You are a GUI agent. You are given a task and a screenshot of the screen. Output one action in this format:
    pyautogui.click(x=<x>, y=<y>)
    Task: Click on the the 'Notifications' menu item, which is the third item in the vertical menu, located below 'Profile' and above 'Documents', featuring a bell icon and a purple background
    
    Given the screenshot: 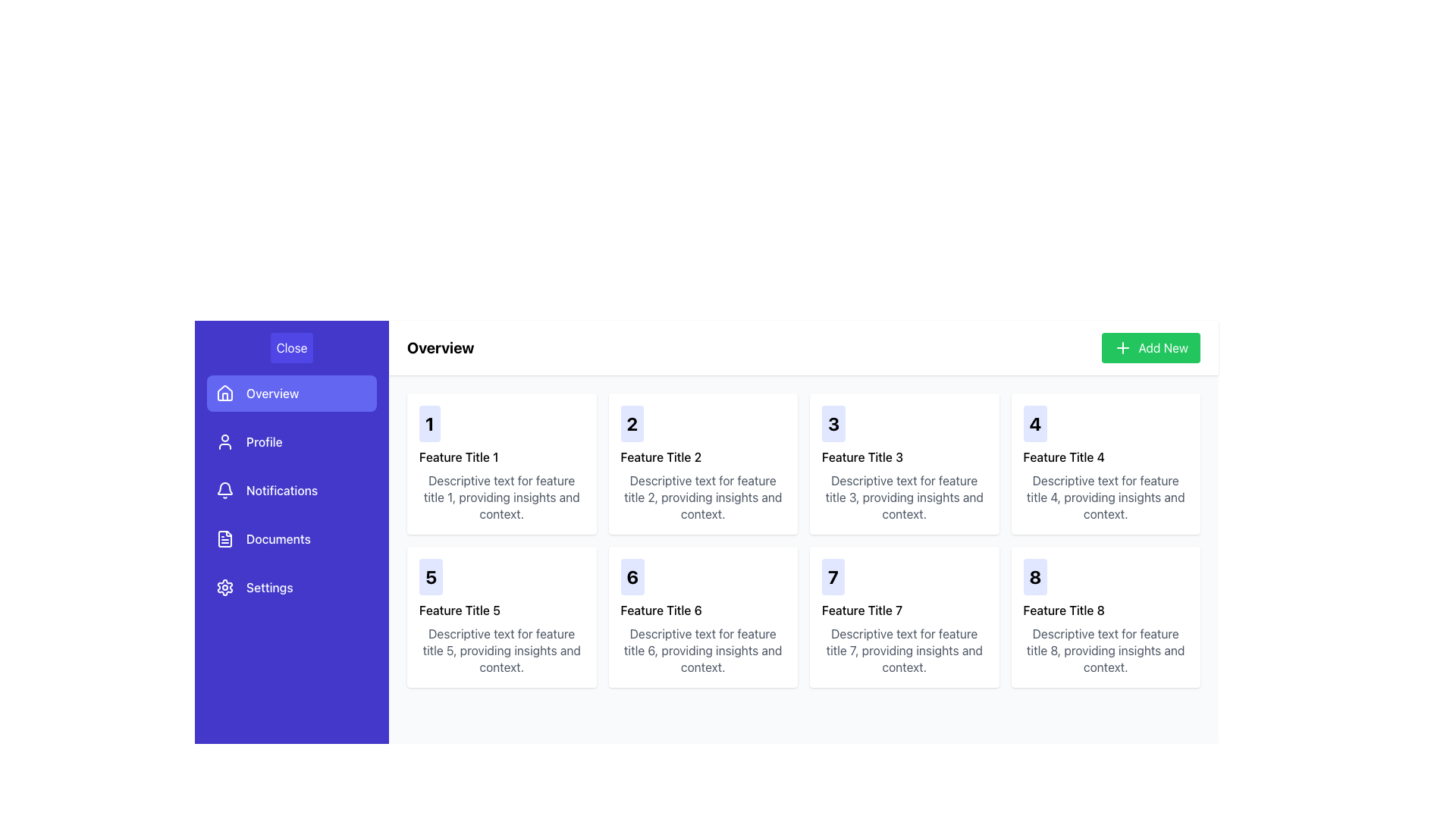 What is the action you would take?
    pyautogui.click(x=291, y=491)
    